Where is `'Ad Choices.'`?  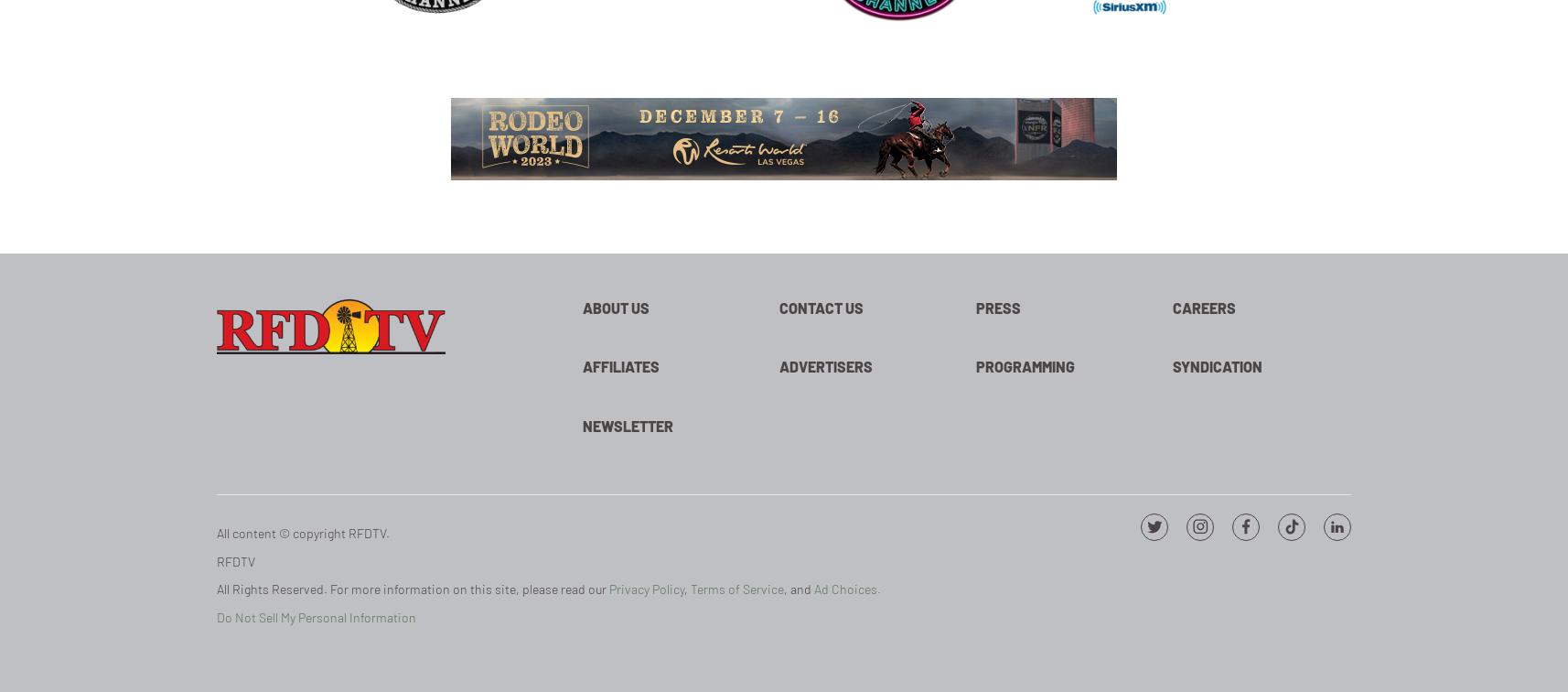
'Ad Choices.' is located at coordinates (846, 589).